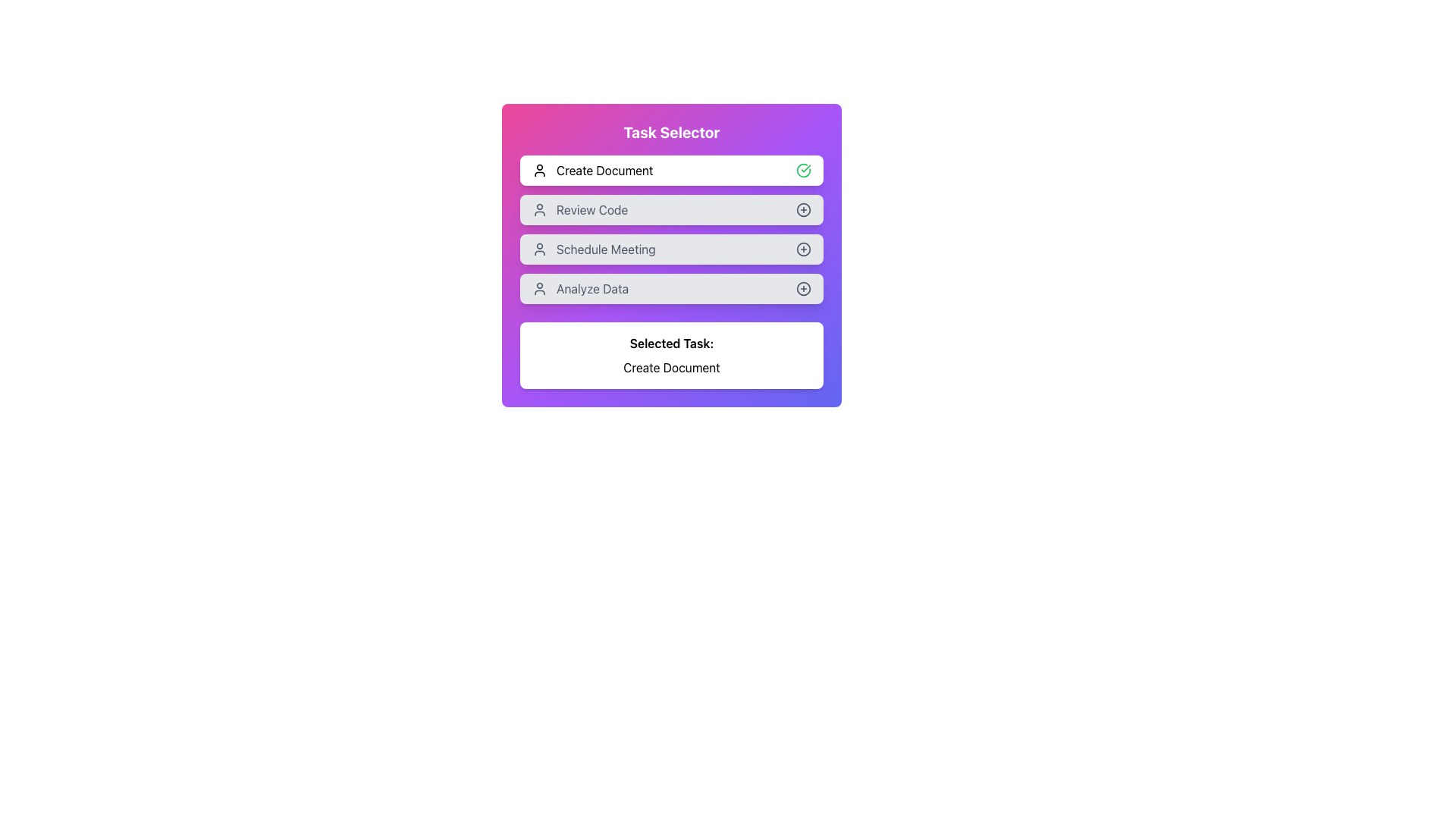  I want to click on the circular plus icon located to the right of the 'Review Code' text in the task selection interface, so click(803, 210).